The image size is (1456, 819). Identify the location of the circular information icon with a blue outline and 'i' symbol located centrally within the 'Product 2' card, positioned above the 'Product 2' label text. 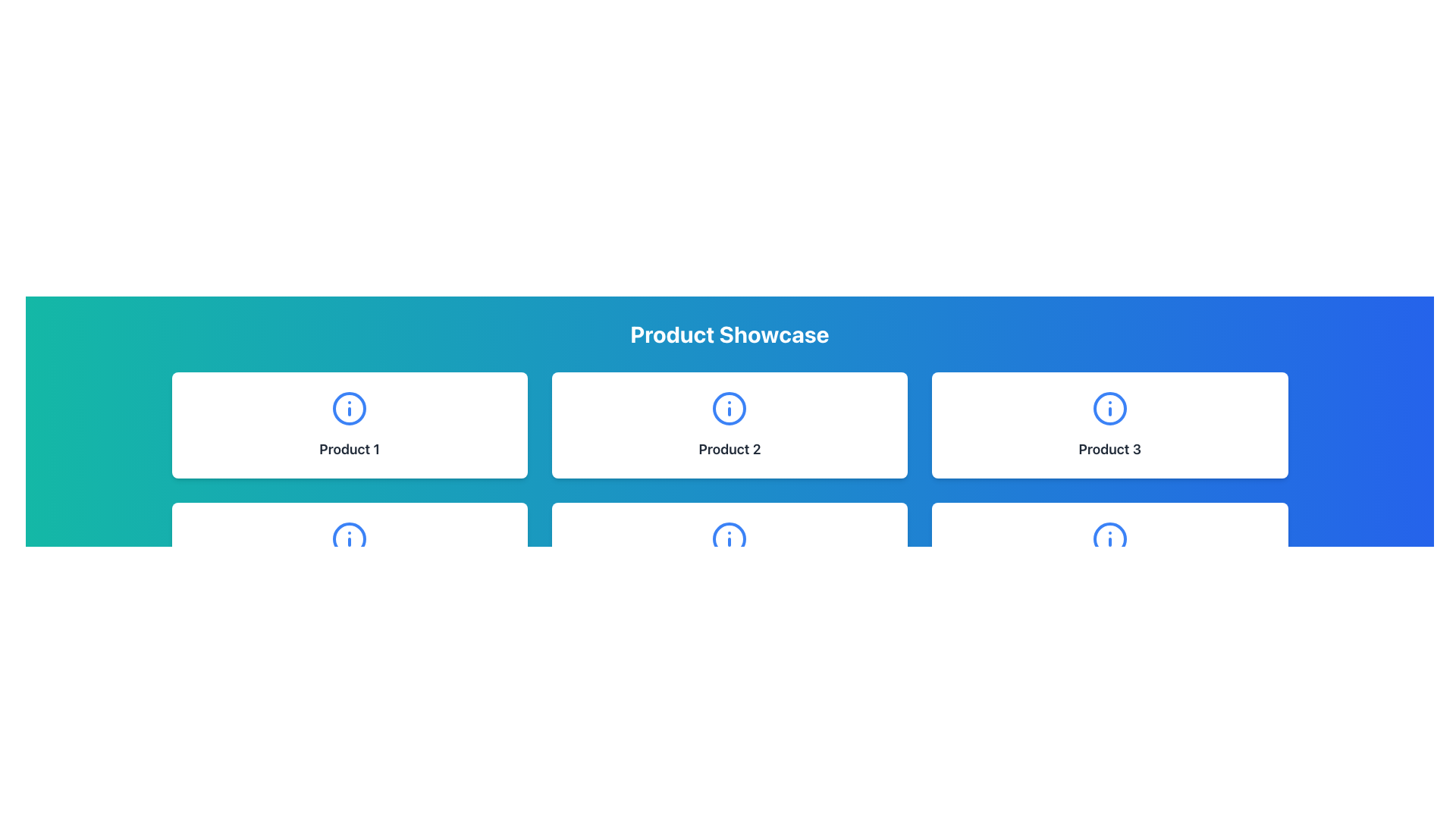
(730, 408).